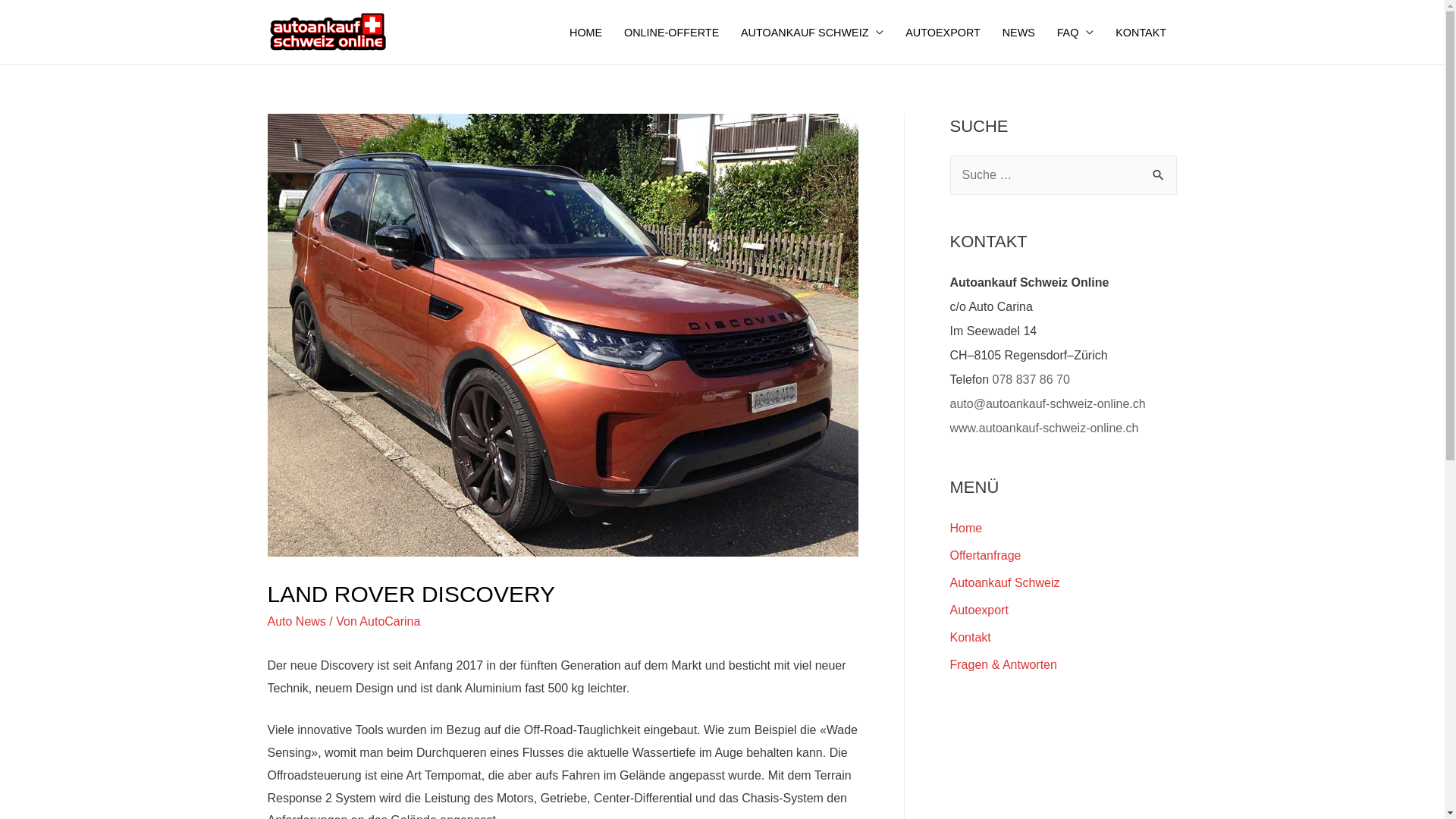  I want to click on 'AutoCarina', so click(389, 621).